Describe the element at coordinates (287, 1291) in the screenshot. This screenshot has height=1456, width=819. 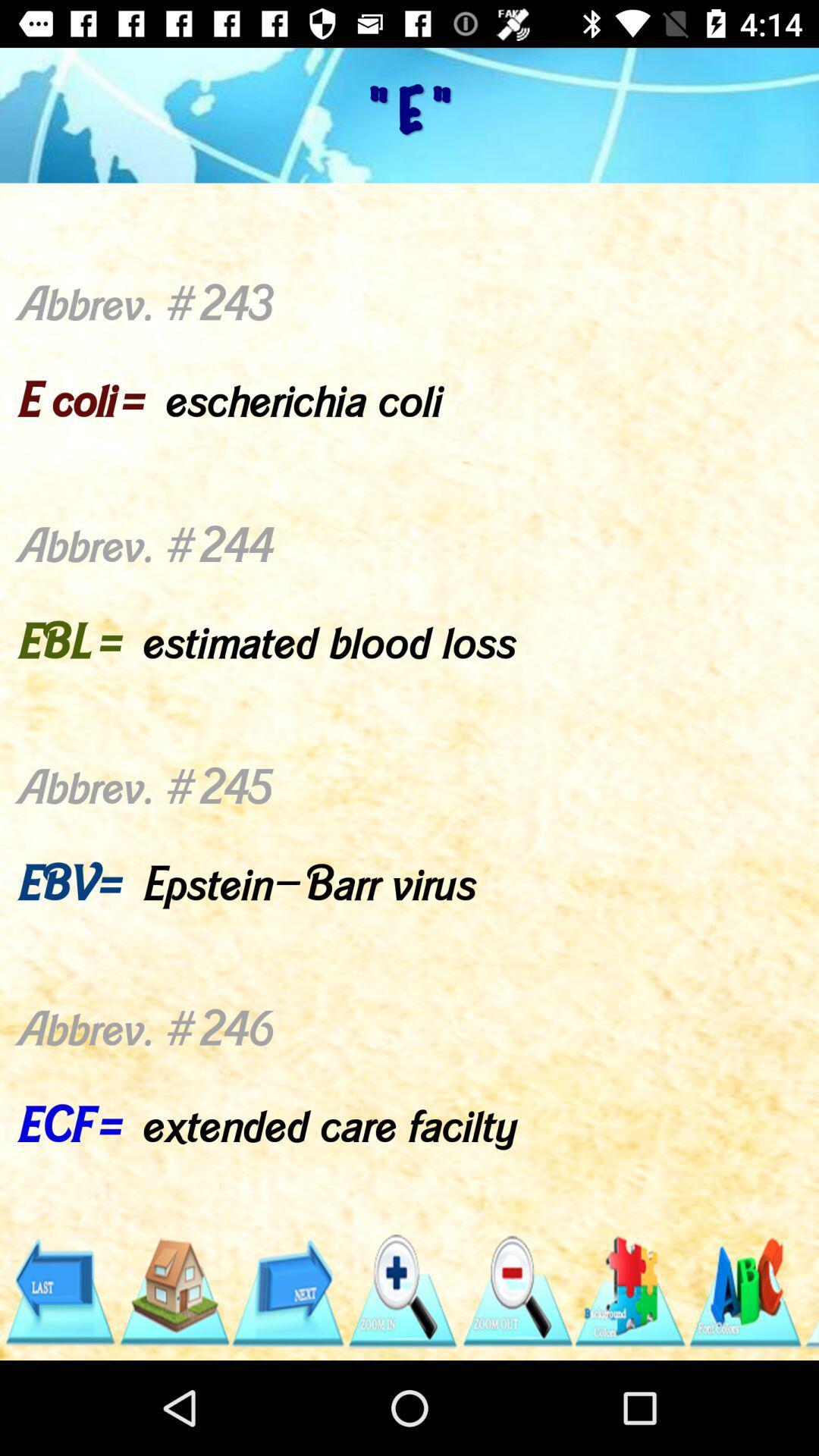
I see `next page` at that location.